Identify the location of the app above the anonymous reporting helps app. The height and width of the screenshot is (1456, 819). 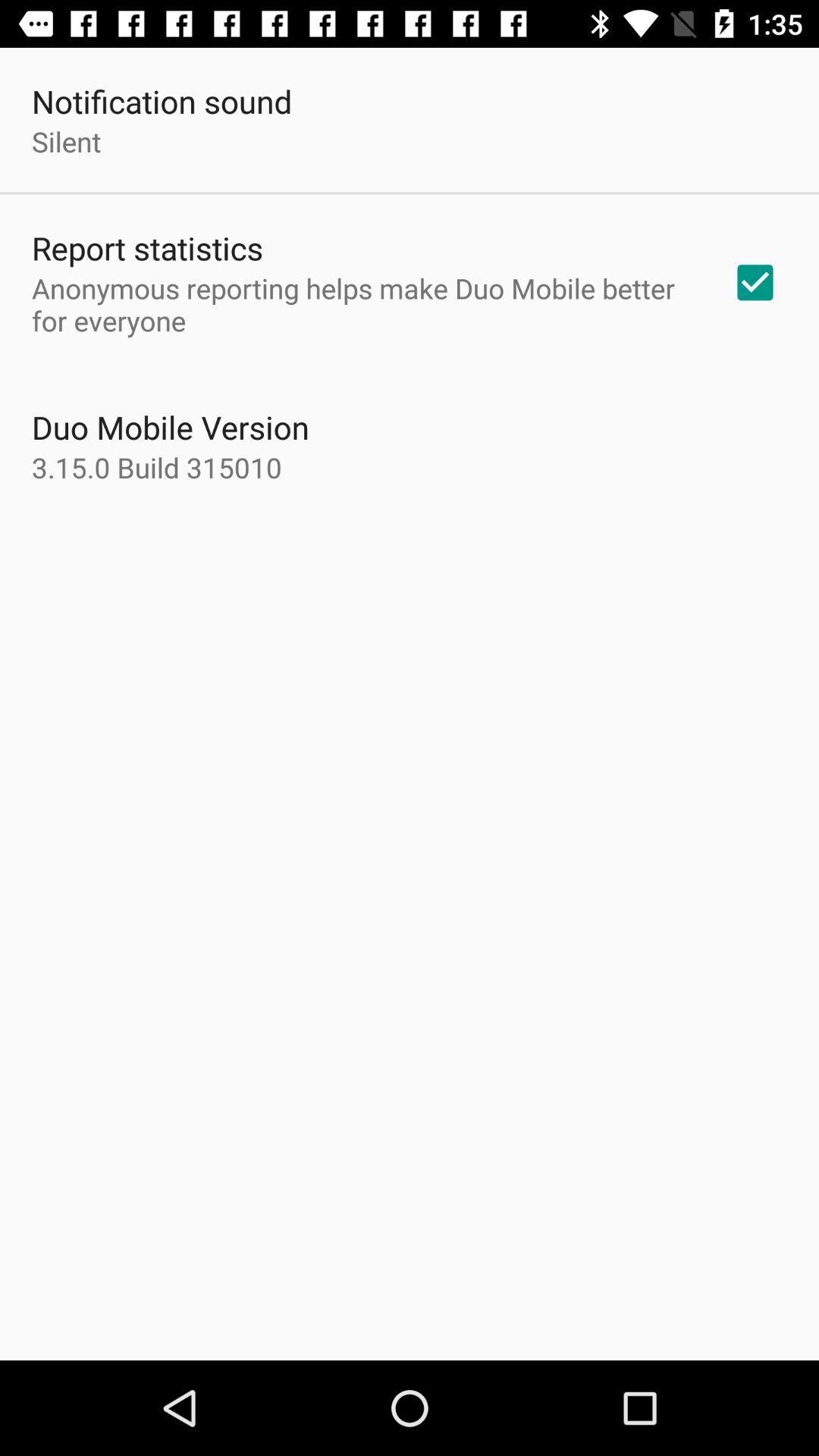
(147, 247).